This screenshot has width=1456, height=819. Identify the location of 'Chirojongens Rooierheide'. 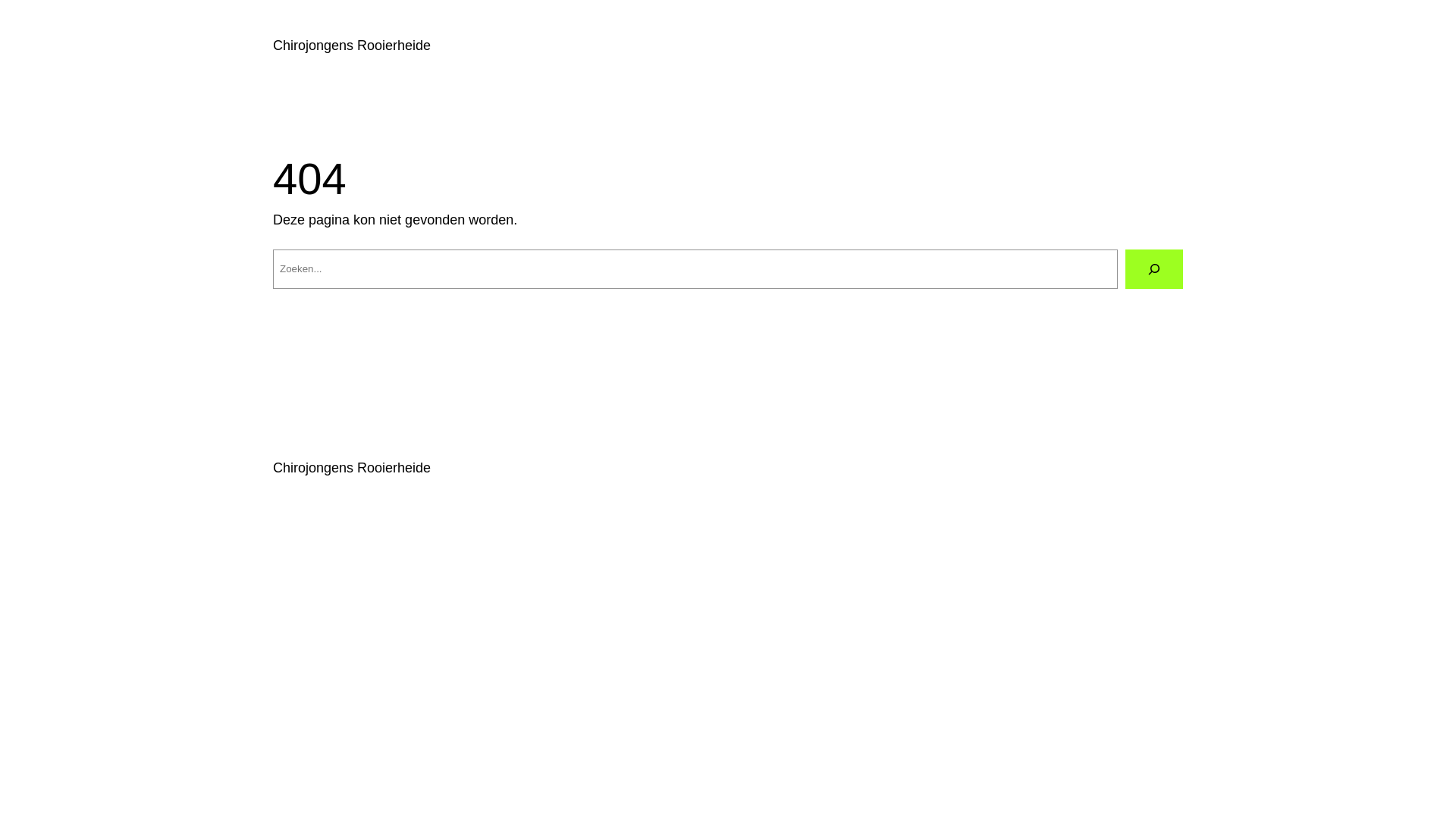
(351, 467).